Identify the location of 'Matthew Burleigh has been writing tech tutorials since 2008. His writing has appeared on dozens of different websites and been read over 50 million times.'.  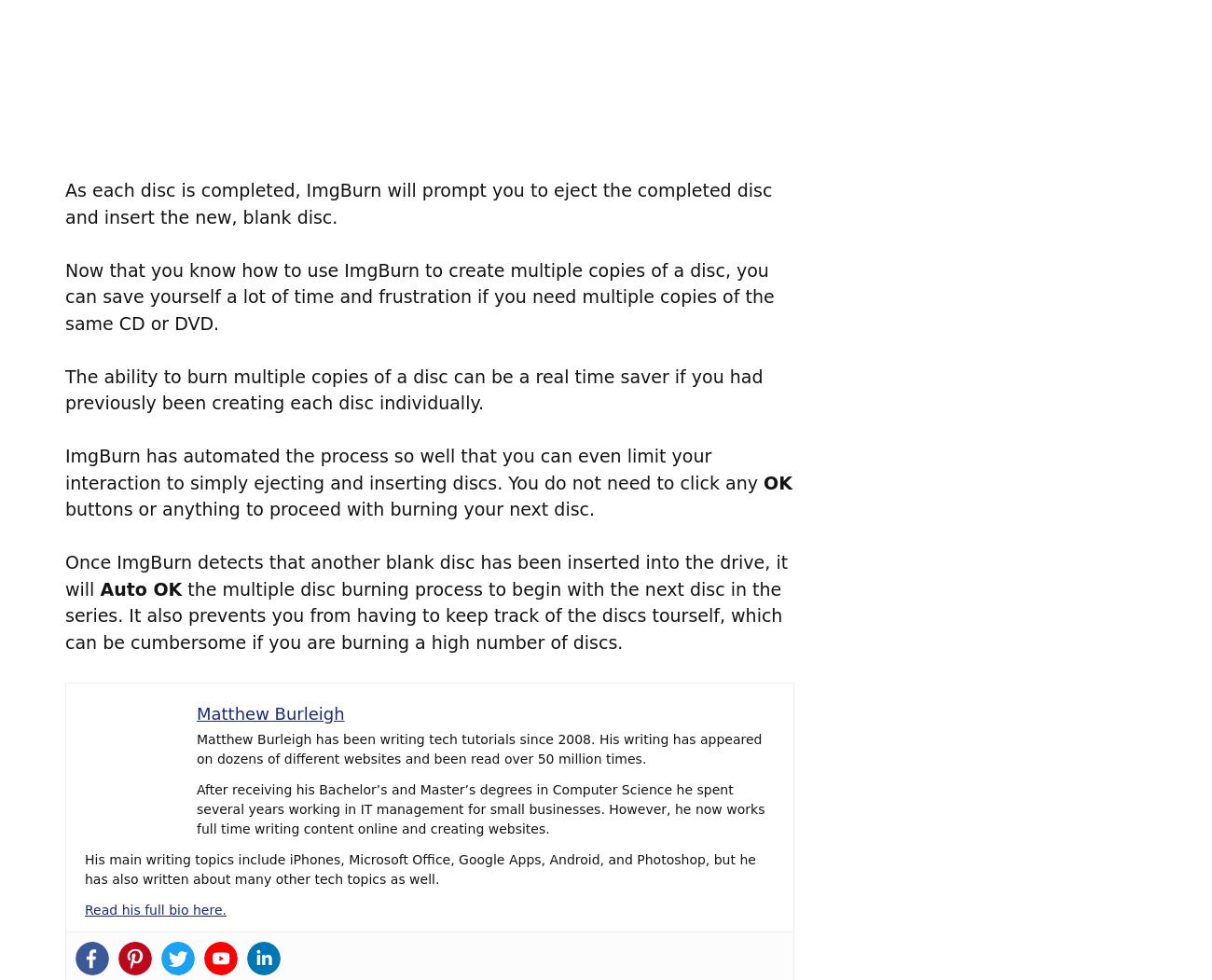
(479, 747).